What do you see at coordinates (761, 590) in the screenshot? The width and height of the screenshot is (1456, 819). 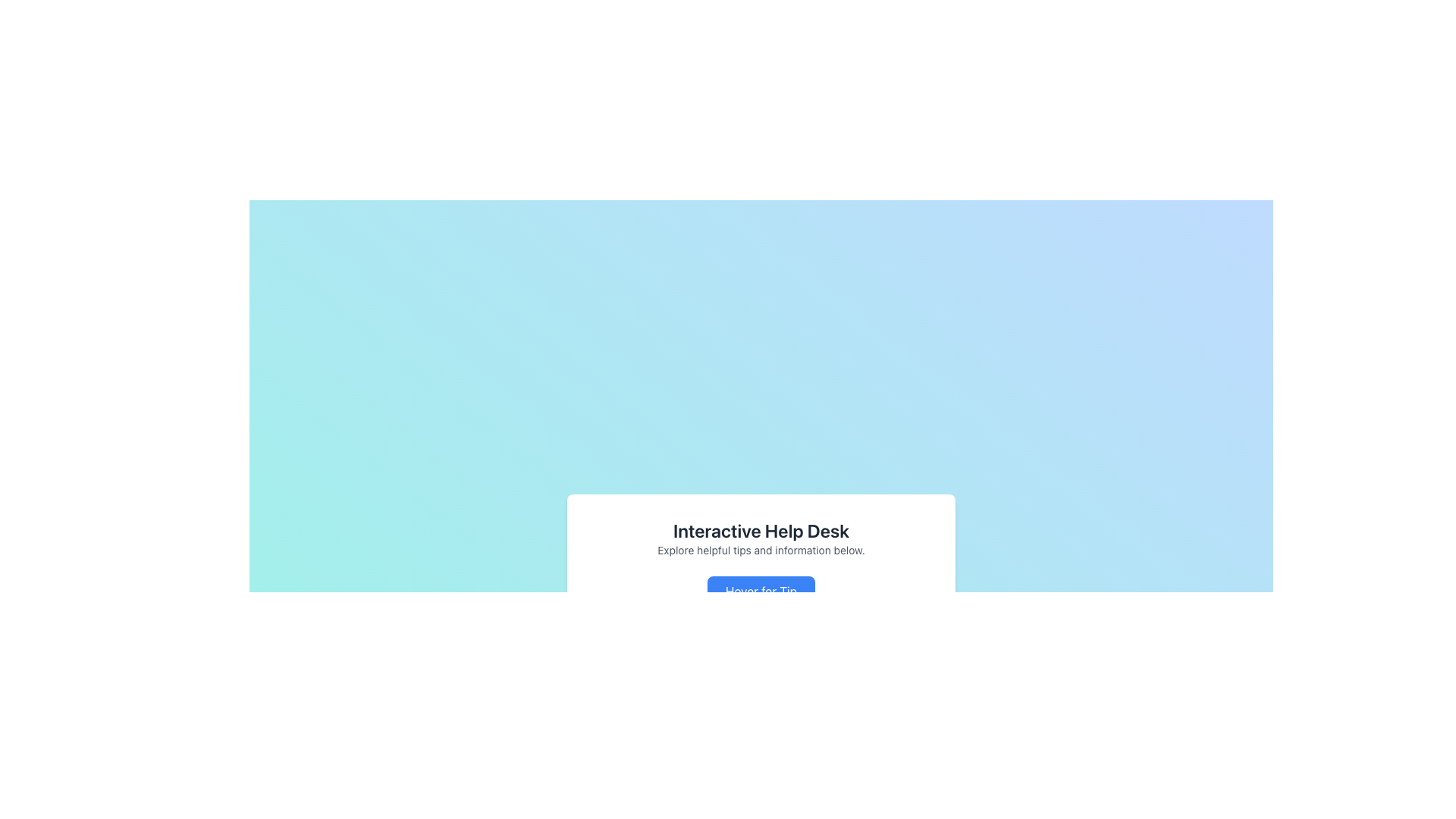 I see `the button with a blue background and white text "Hover for Tip" that is centered below the title text "Interactive Help Desk" in the help desk interface` at bounding box center [761, 590].